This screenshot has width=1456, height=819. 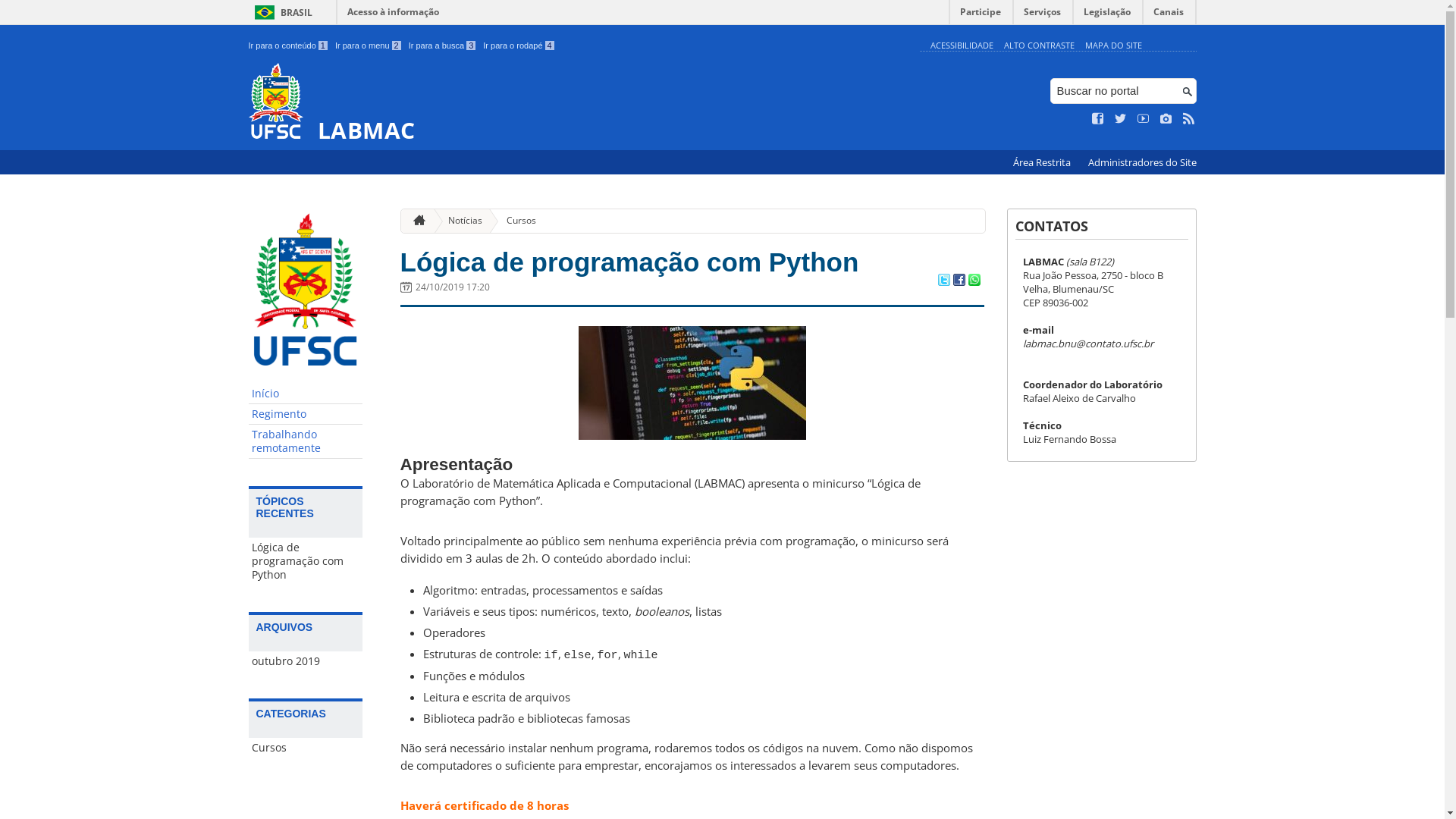 I want to click on 'Compartilhar no WhatsApp', so click(x=967, y=281).